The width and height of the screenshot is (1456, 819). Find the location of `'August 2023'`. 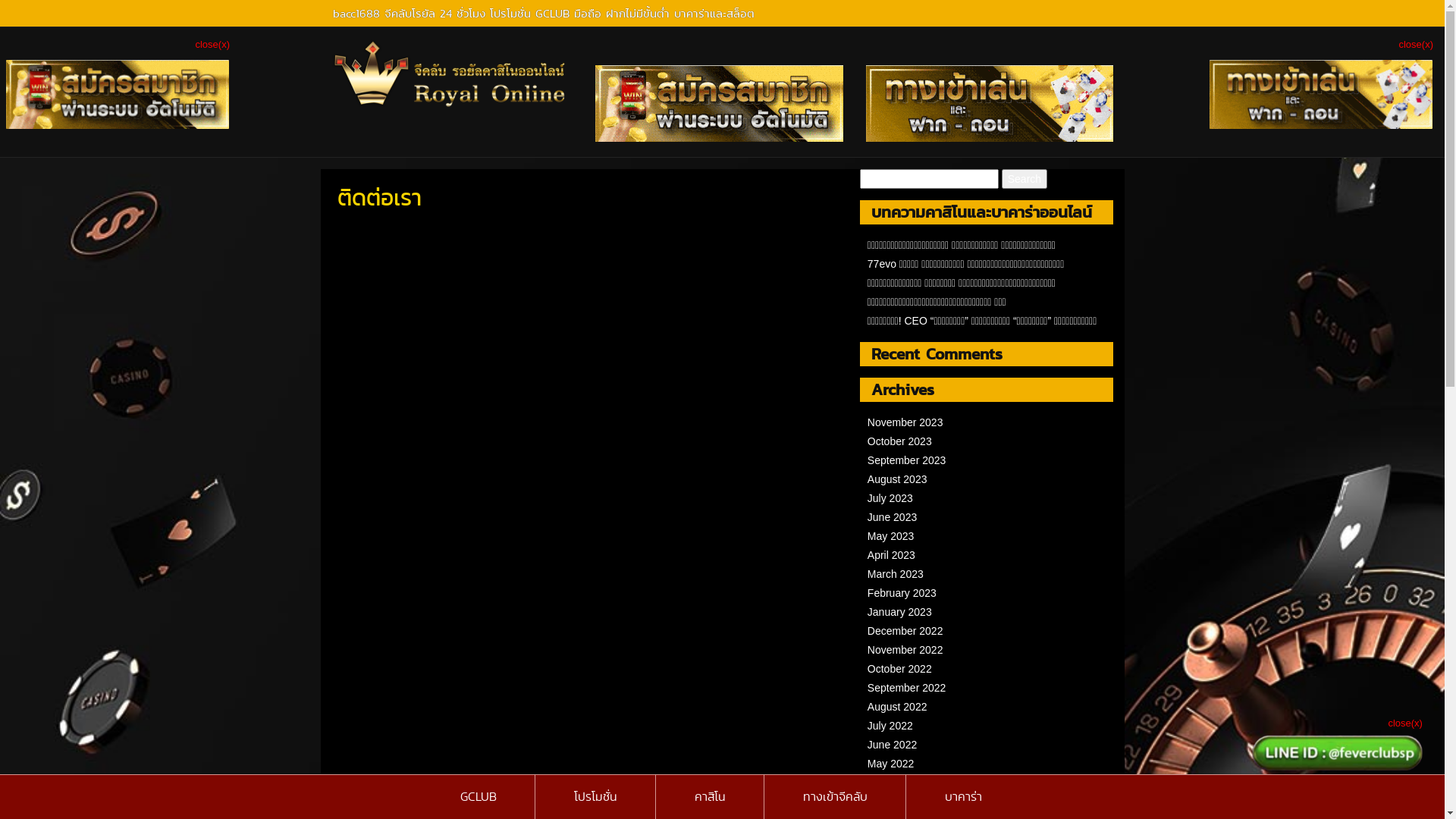

'August 2023' is located at coordinates (867, 479).